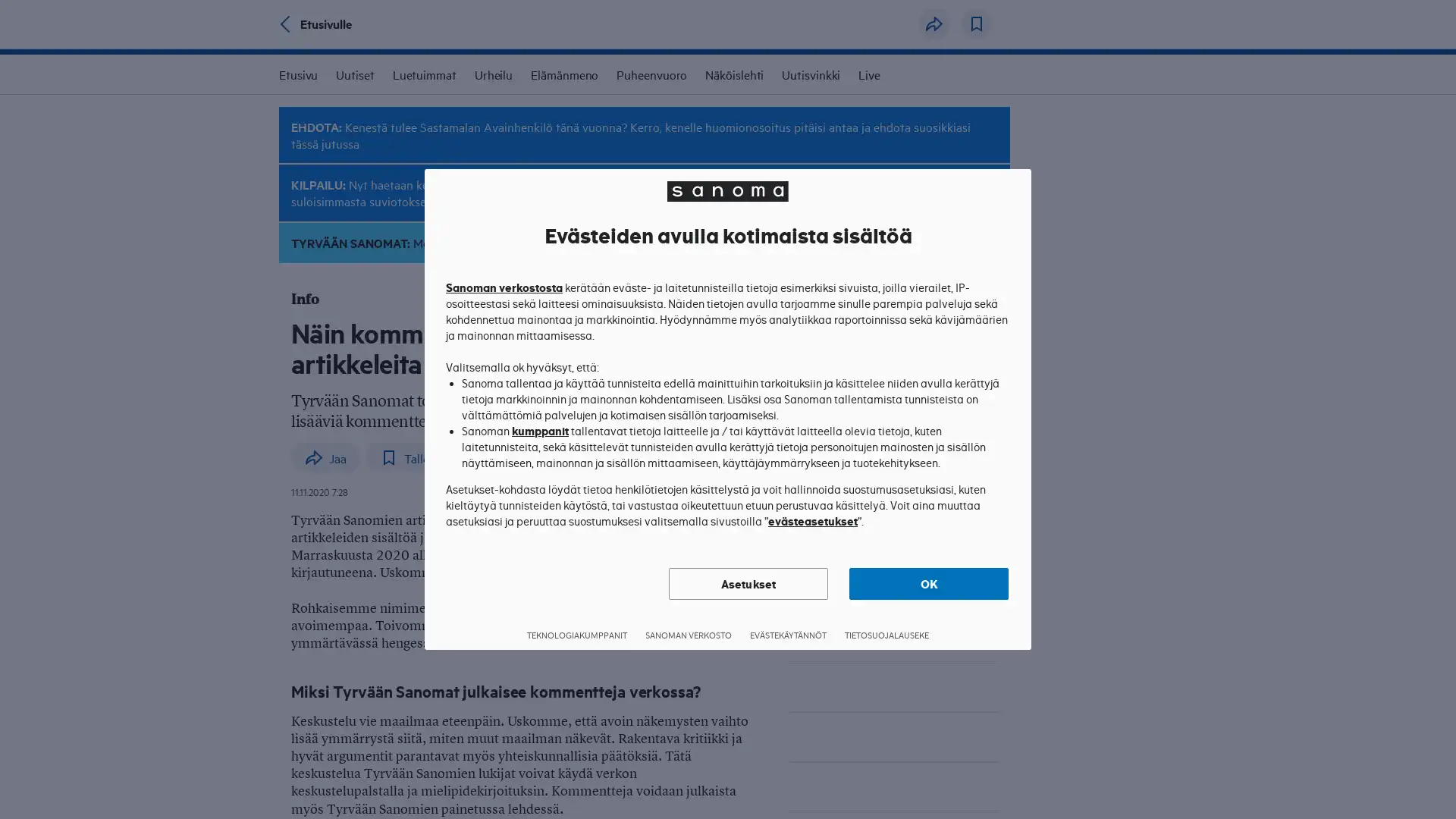 The height and width of the screenshot is (819, 1456). What do you see at coordinates (414, 457) in the screenshot?
I see `Tallenna` at bounding box center [414, 457].